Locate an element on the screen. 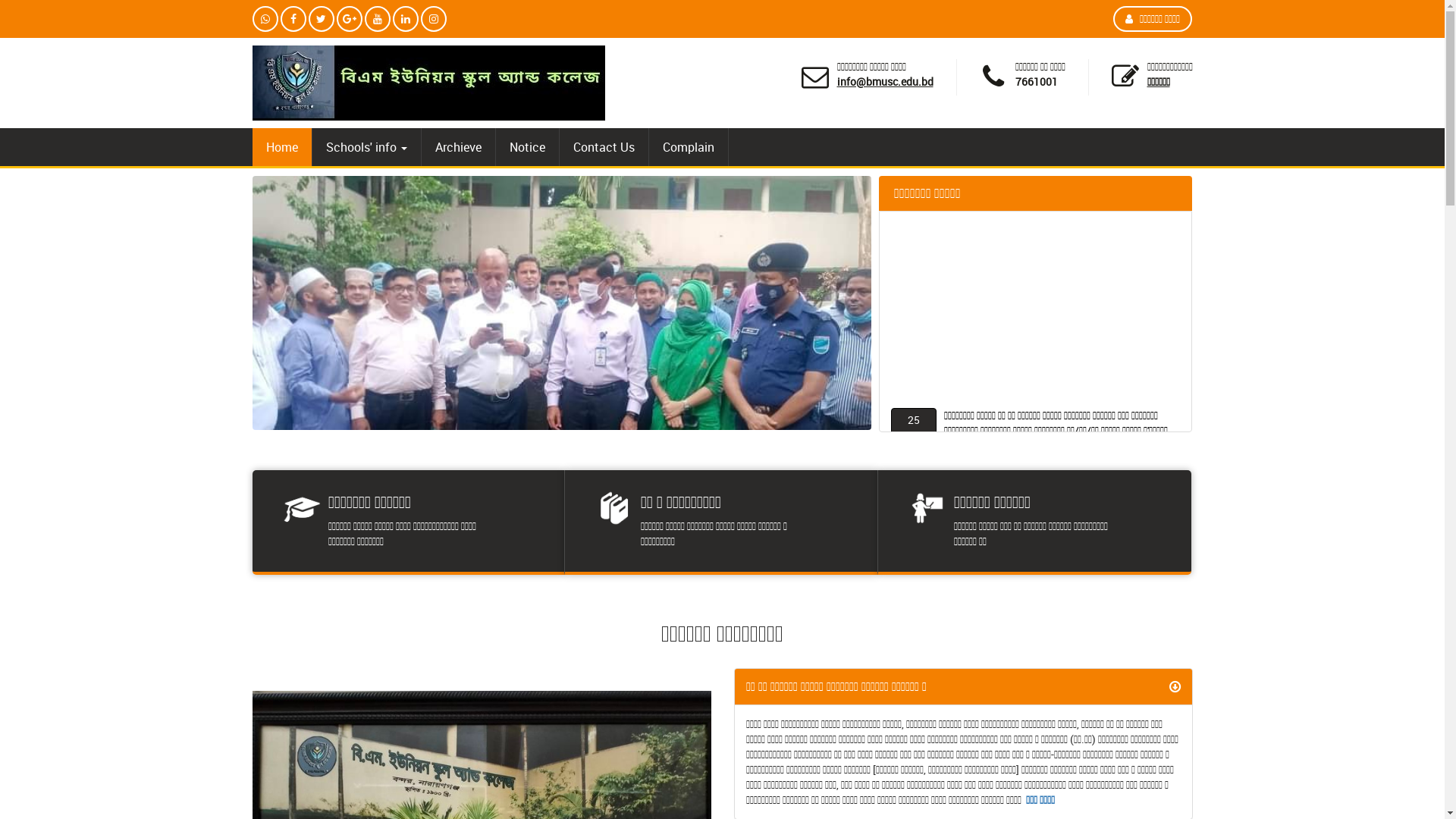 Image resolution: width=1456 pixels, height=819 pixels. 'Complain' is located at coordinates (648, 146).